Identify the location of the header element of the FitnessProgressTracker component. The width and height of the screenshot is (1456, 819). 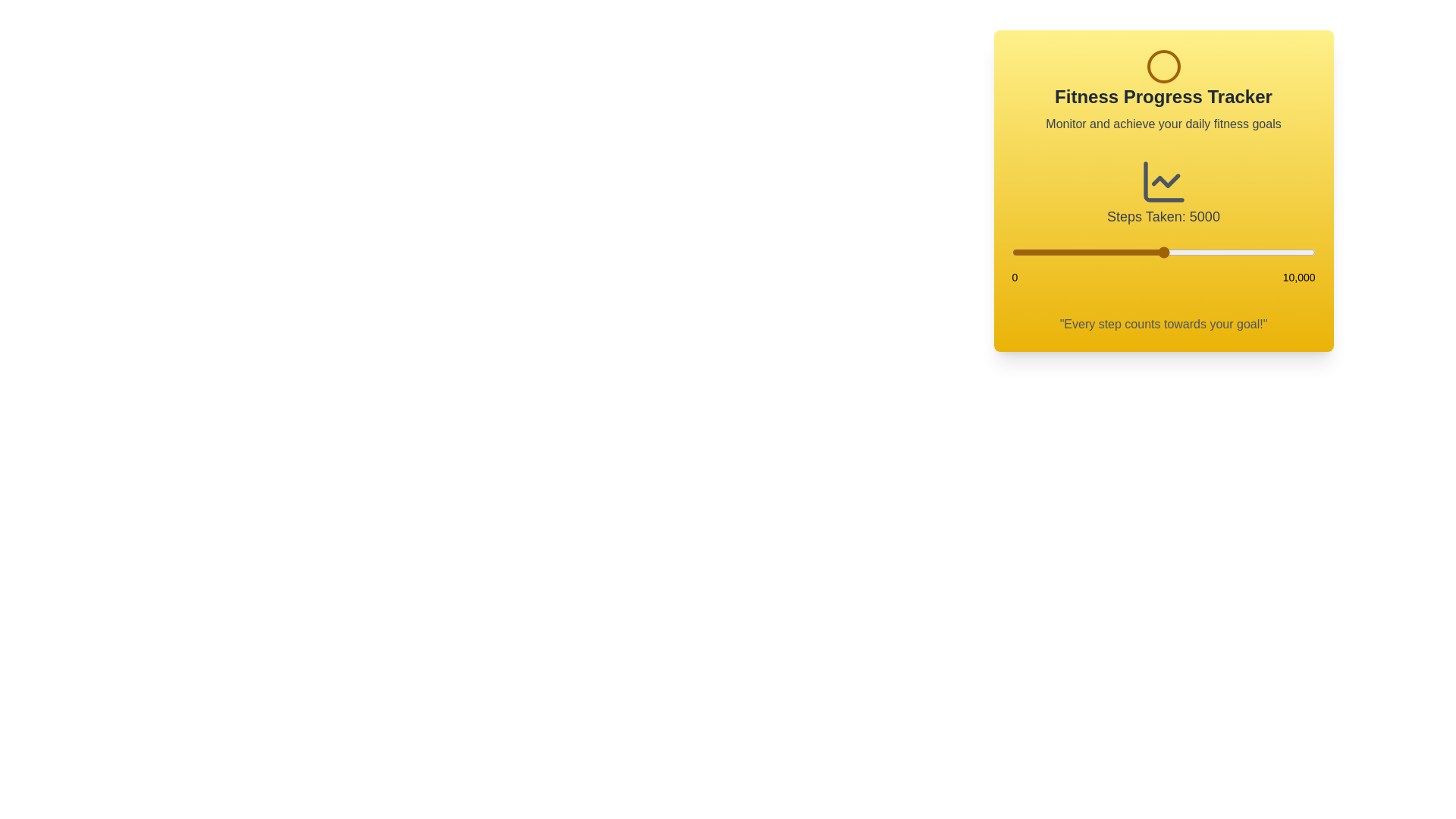
(1163, 90).